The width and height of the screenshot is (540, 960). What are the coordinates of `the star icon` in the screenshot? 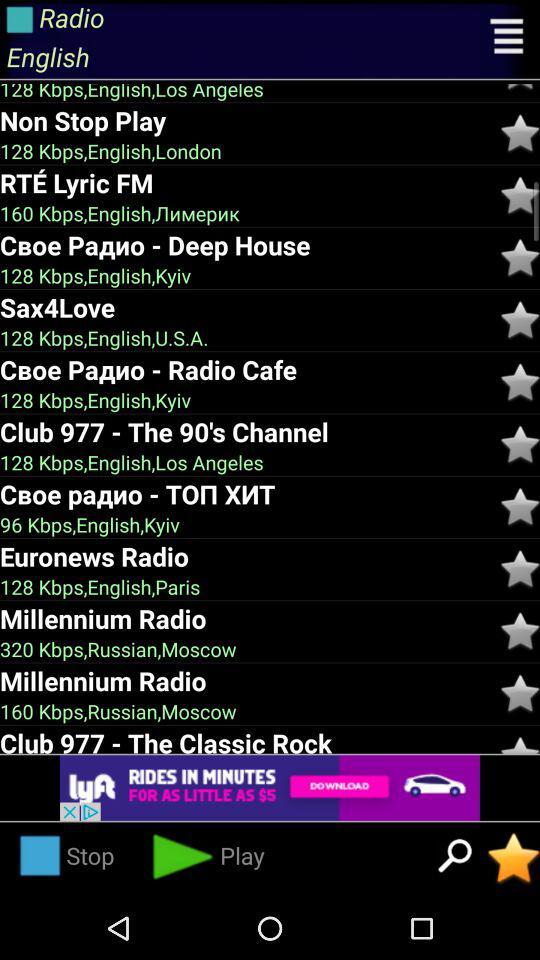 It's located at (513, 919).